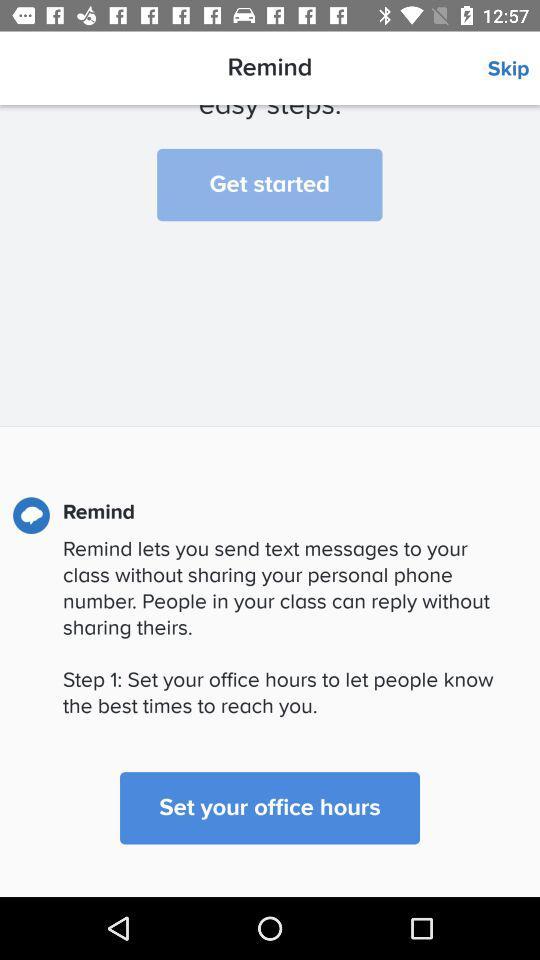 This screenshot has height=960, width=540. Describe the element at coordinates (269, 185) in the screenshot. I see `the item below we ll help item` at that location.